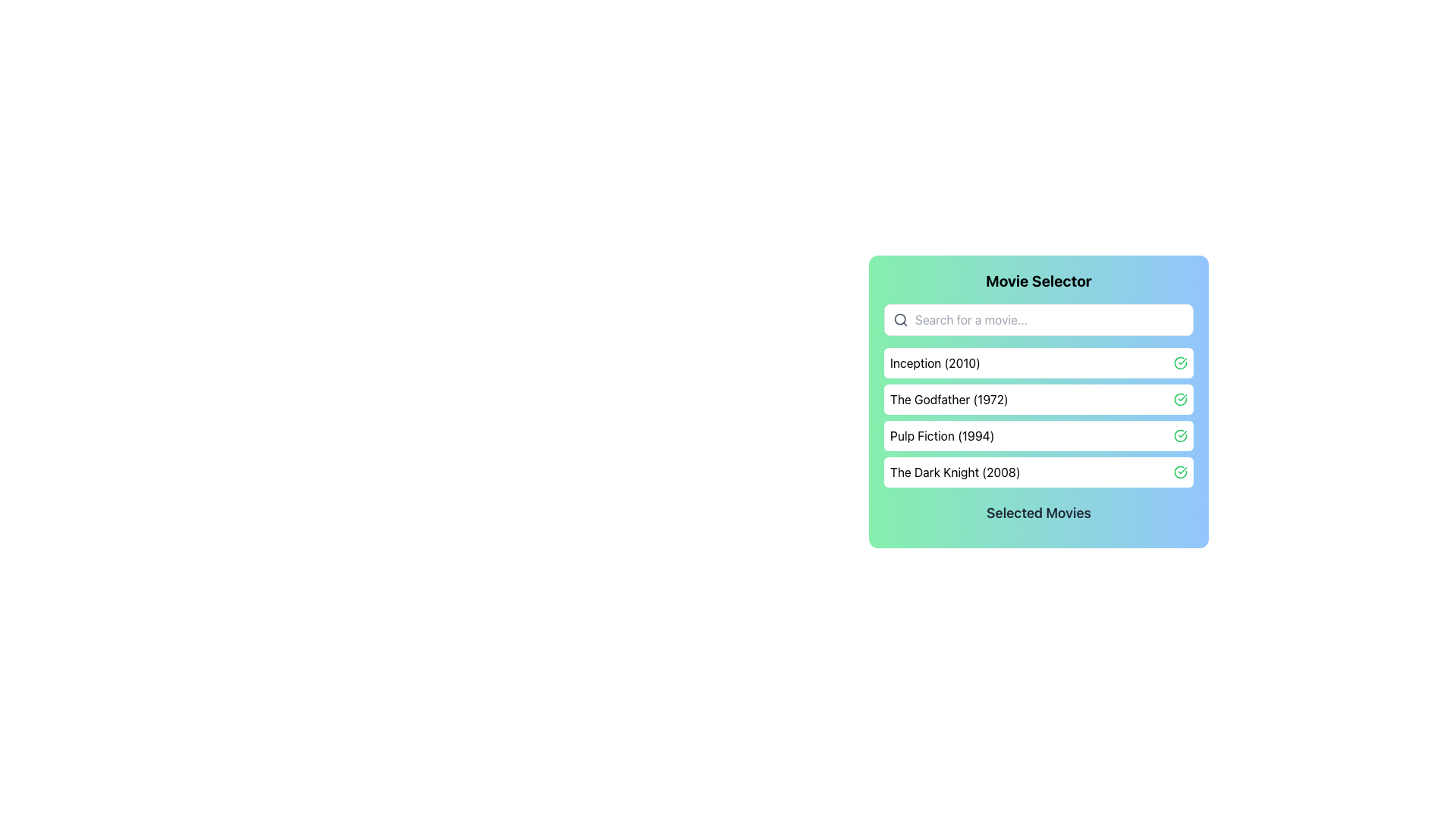 This screenshot has height=819, width=1456. I want to click on the selection icon located to the far right of the 'Pulp Fiction (1994)' item in the 'Movie Selector' interface to mark it as selected or complete, so click(1179, 435).